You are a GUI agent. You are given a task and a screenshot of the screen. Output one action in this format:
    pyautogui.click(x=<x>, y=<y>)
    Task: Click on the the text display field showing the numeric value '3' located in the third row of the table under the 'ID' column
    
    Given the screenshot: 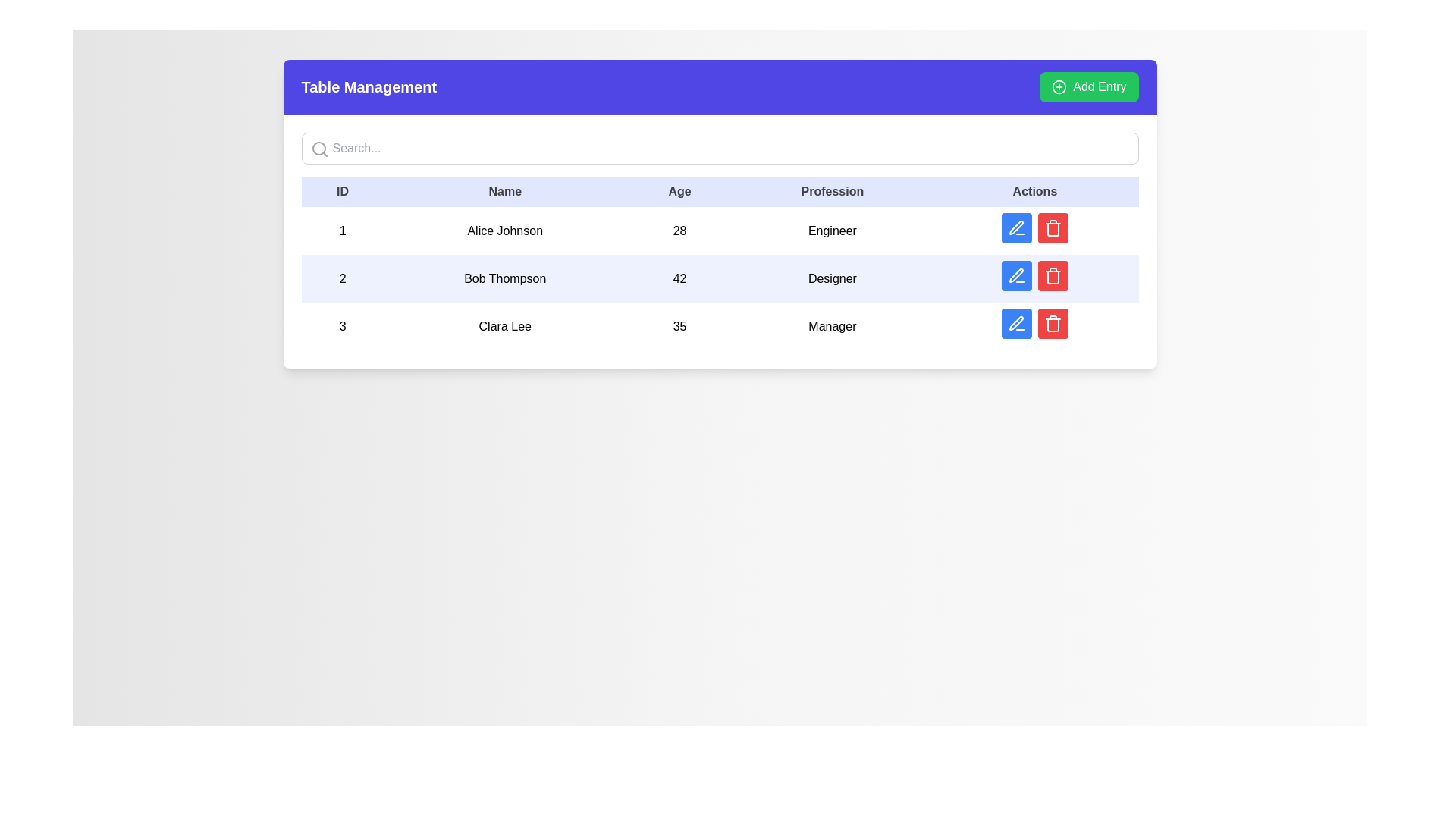 What is the action you would take?
    pyautogui.click(x=342, y=325)
    